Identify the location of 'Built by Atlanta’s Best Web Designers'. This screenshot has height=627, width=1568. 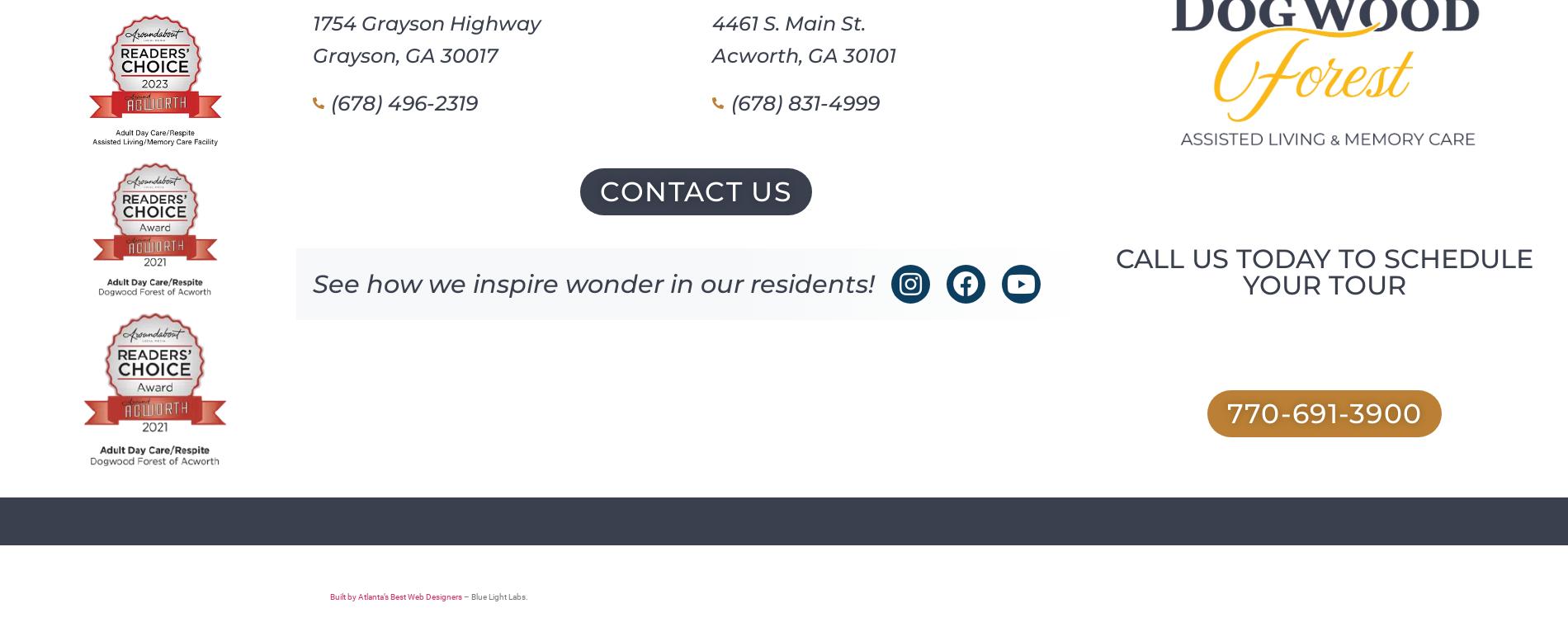
(395, 596).